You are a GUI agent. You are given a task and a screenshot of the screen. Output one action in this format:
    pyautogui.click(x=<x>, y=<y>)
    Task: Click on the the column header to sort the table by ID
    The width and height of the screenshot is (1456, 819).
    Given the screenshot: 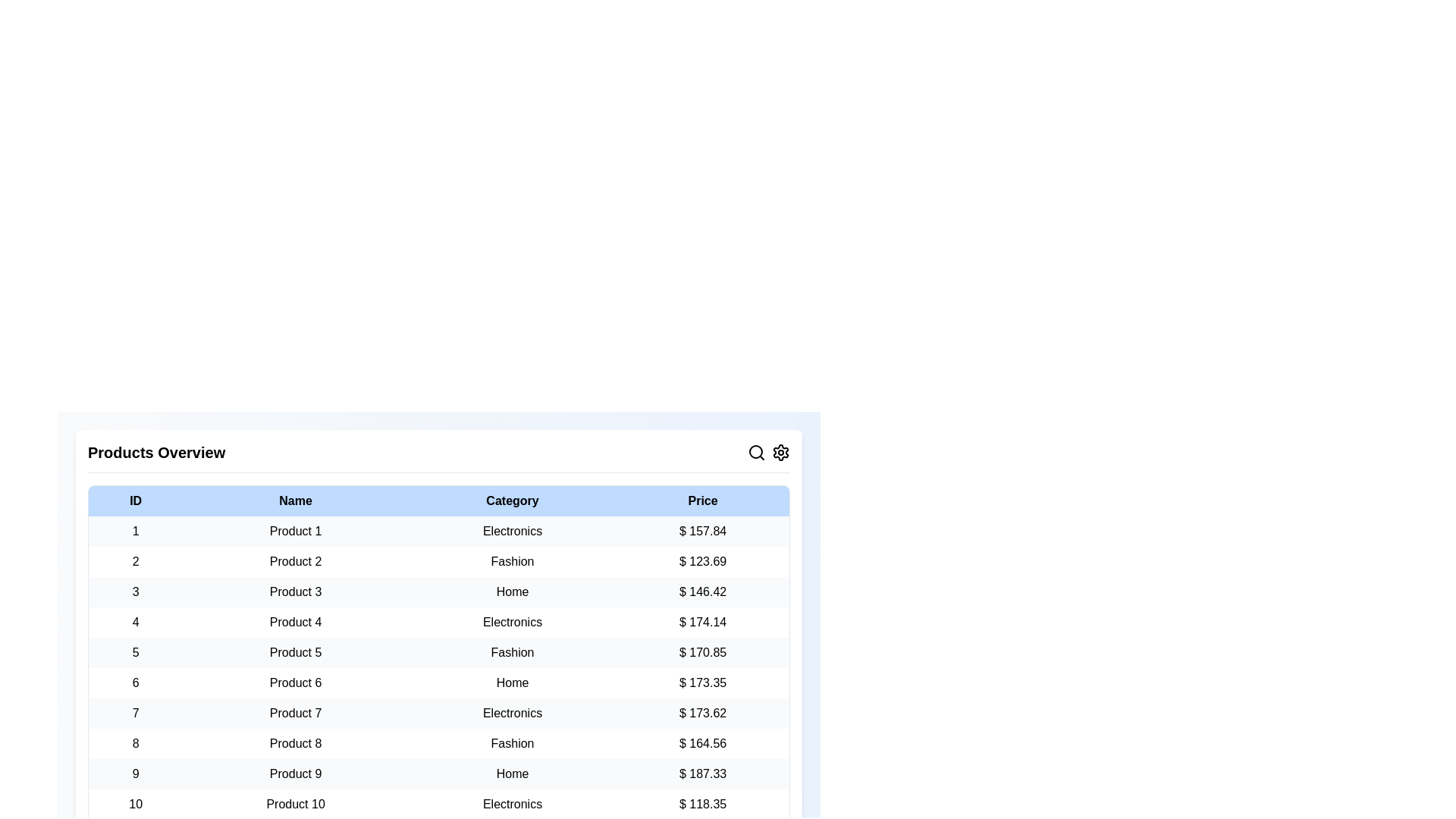 What is the action you would take?
    pyautogui.click(x=135, y=500)
    